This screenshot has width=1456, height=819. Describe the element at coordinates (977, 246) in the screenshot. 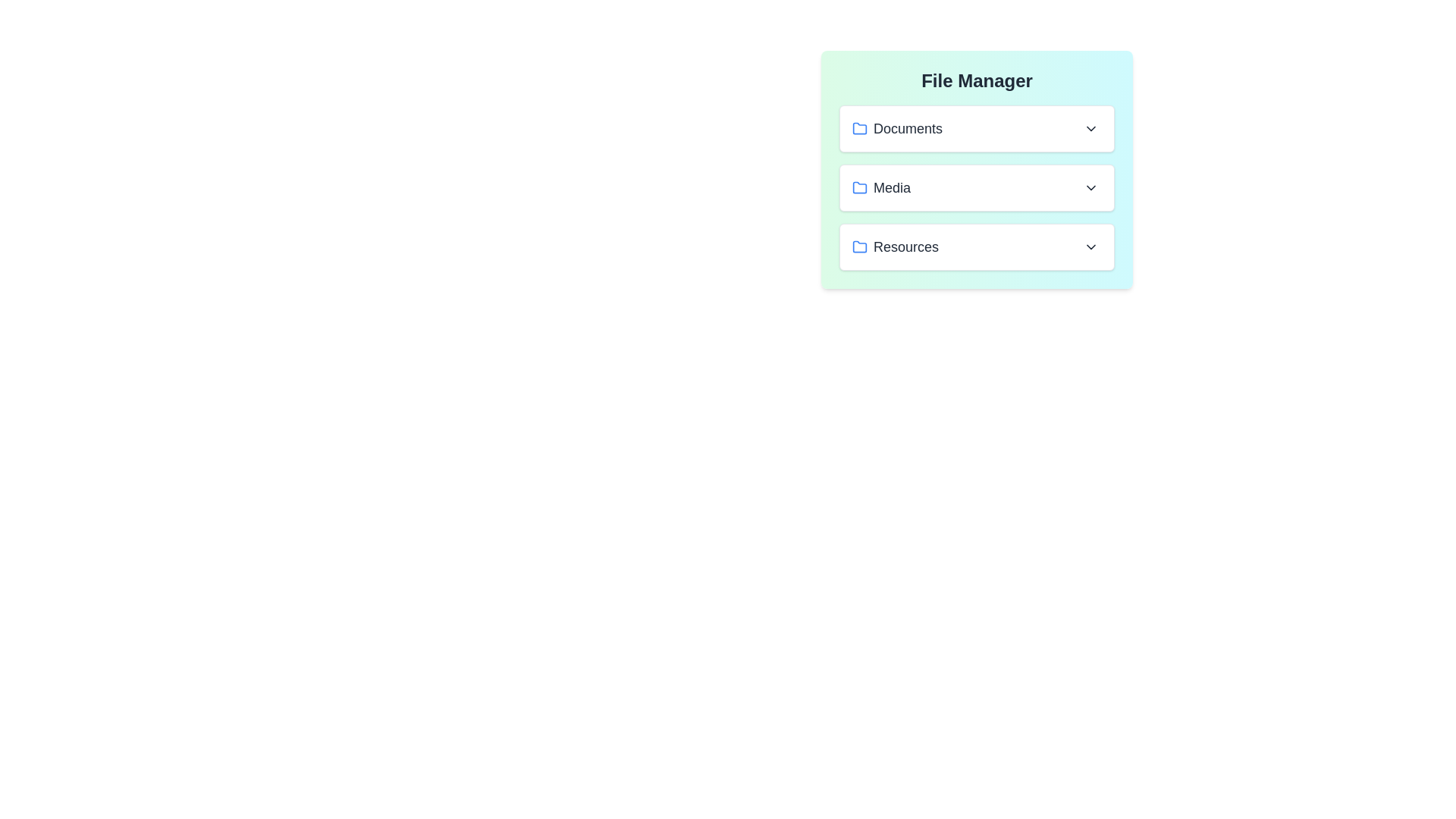

I see `the file EBook.epub from the folder Resources` at that location.